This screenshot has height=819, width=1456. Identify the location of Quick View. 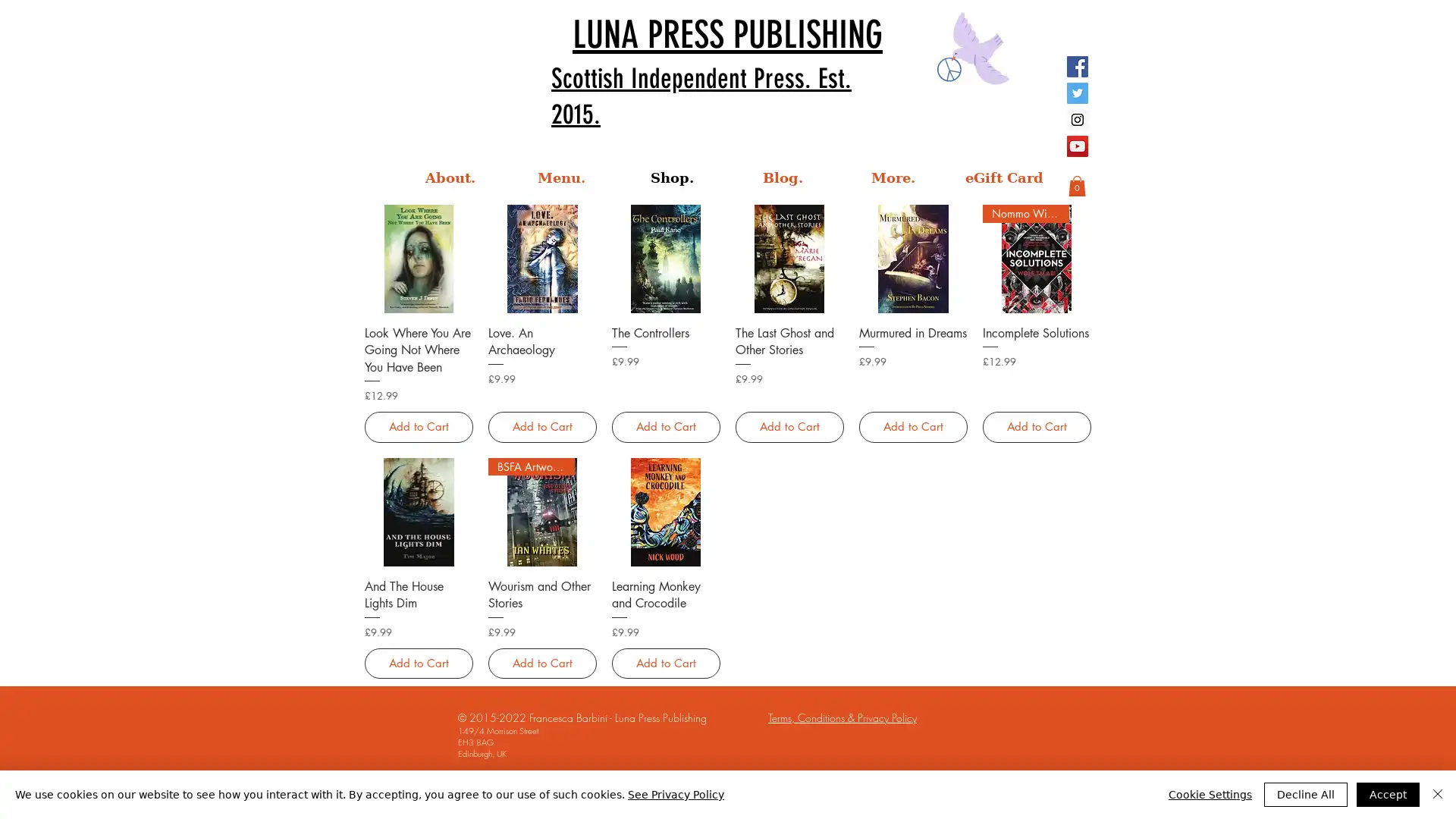
(665, 584).